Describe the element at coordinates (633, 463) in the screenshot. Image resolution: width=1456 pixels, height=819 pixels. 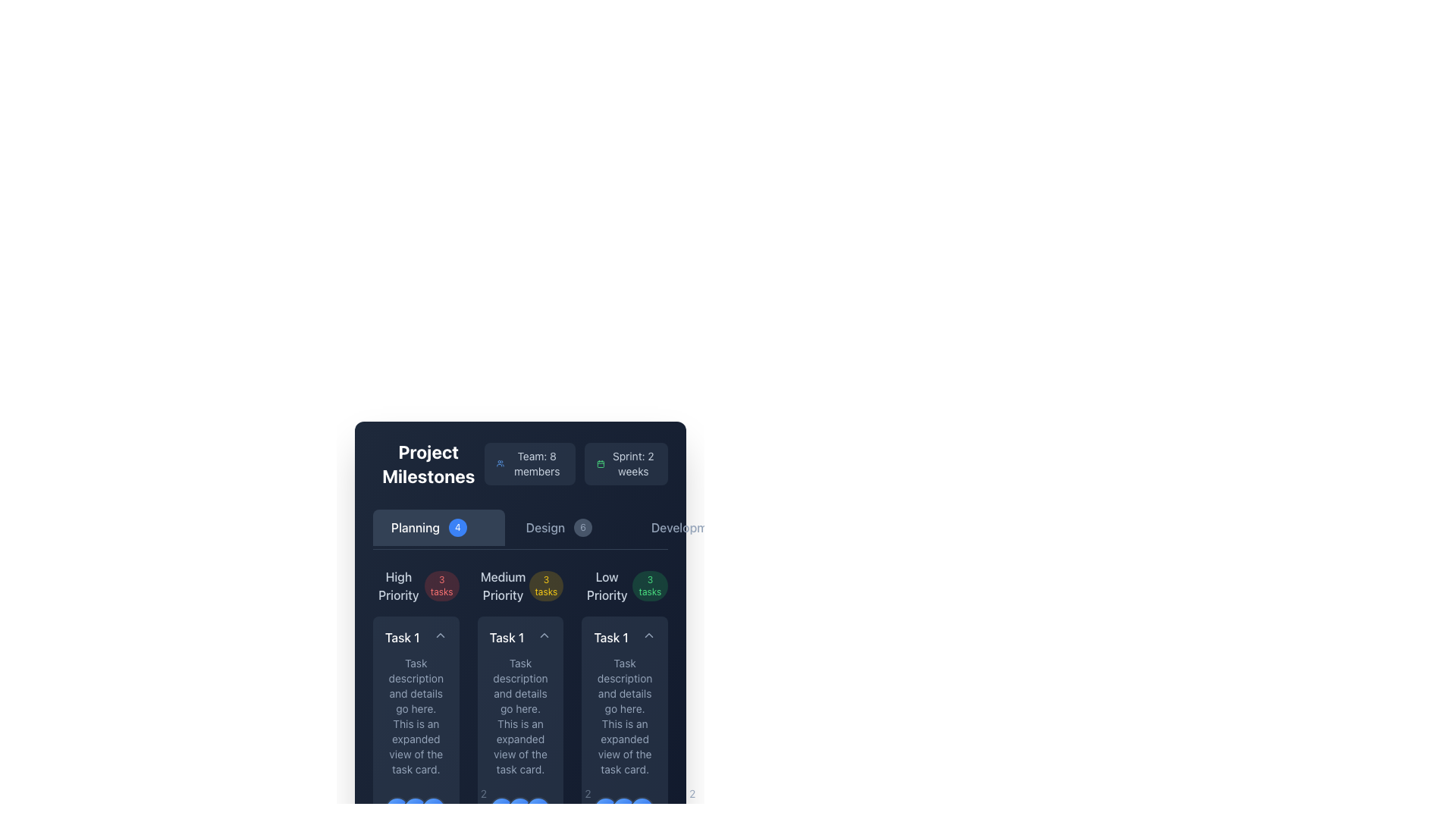
I see `information displayed on the text label indicating the sprint duration, located in the top-right corner of the project milestones panel, next to the 'Team: 8 members' label` at that location.